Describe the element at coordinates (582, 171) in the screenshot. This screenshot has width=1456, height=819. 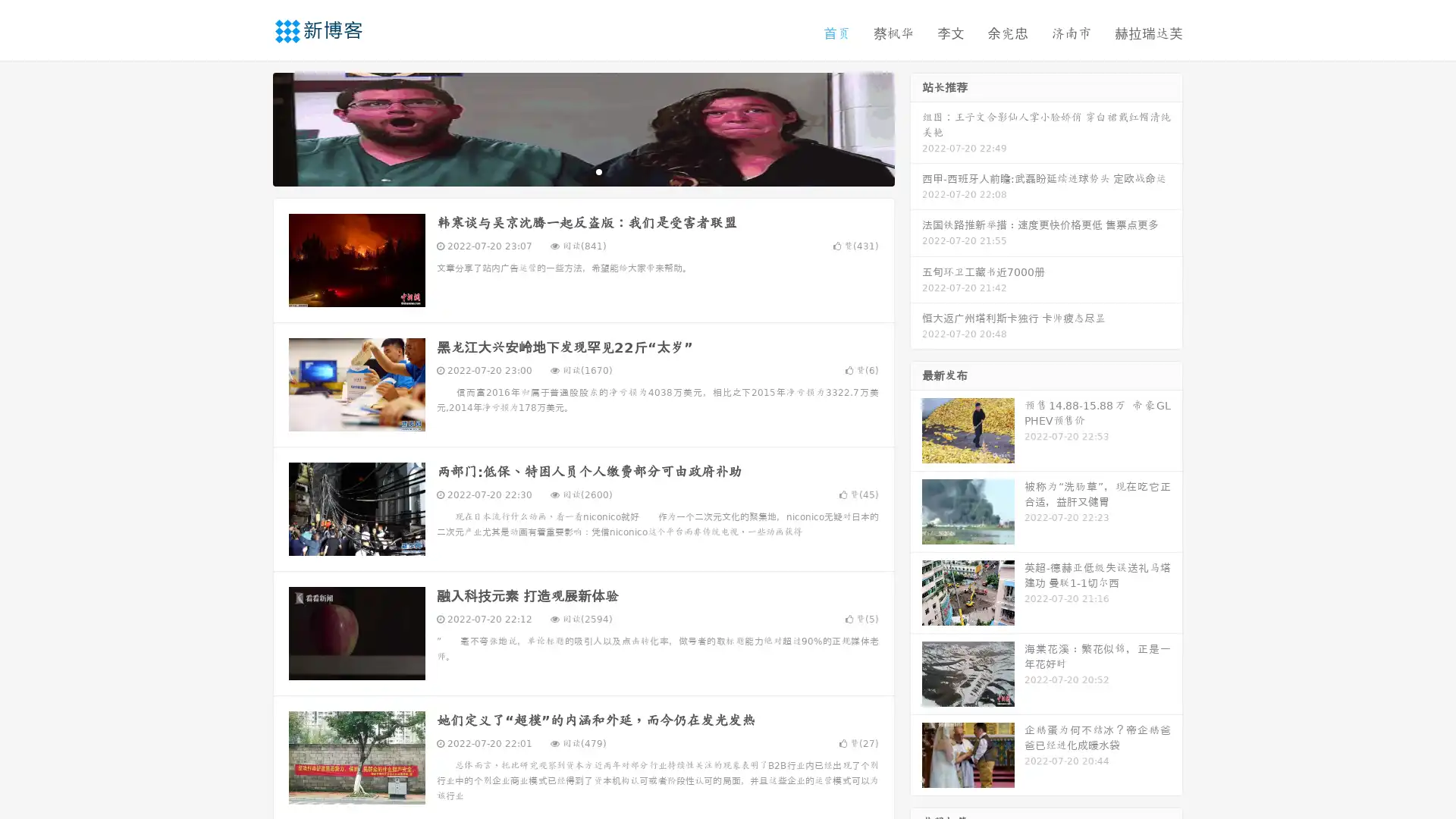
I see `Go to slide 2` at that location.